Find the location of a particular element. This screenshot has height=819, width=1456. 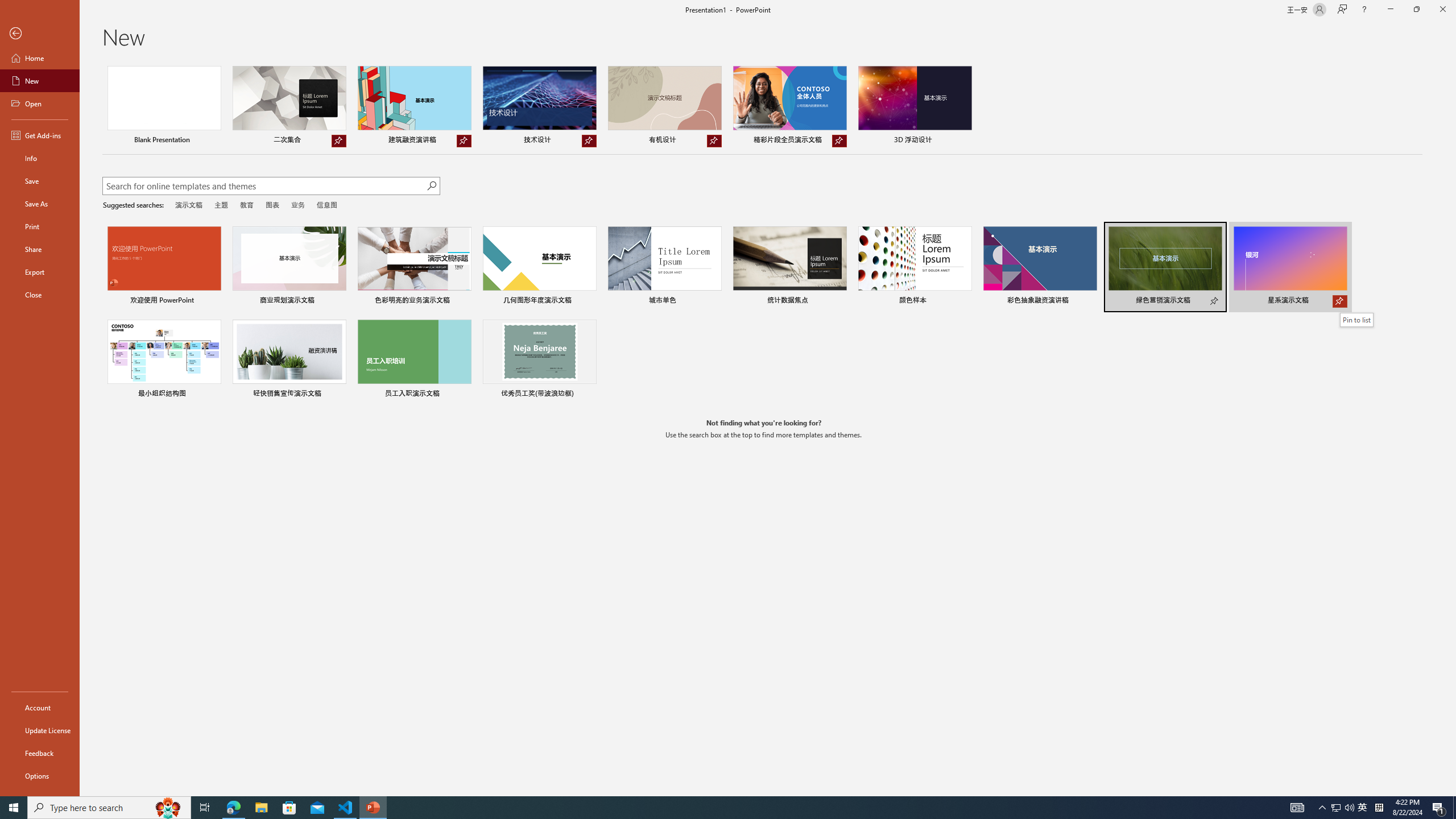

'New' is located at coordinates (39, 80).